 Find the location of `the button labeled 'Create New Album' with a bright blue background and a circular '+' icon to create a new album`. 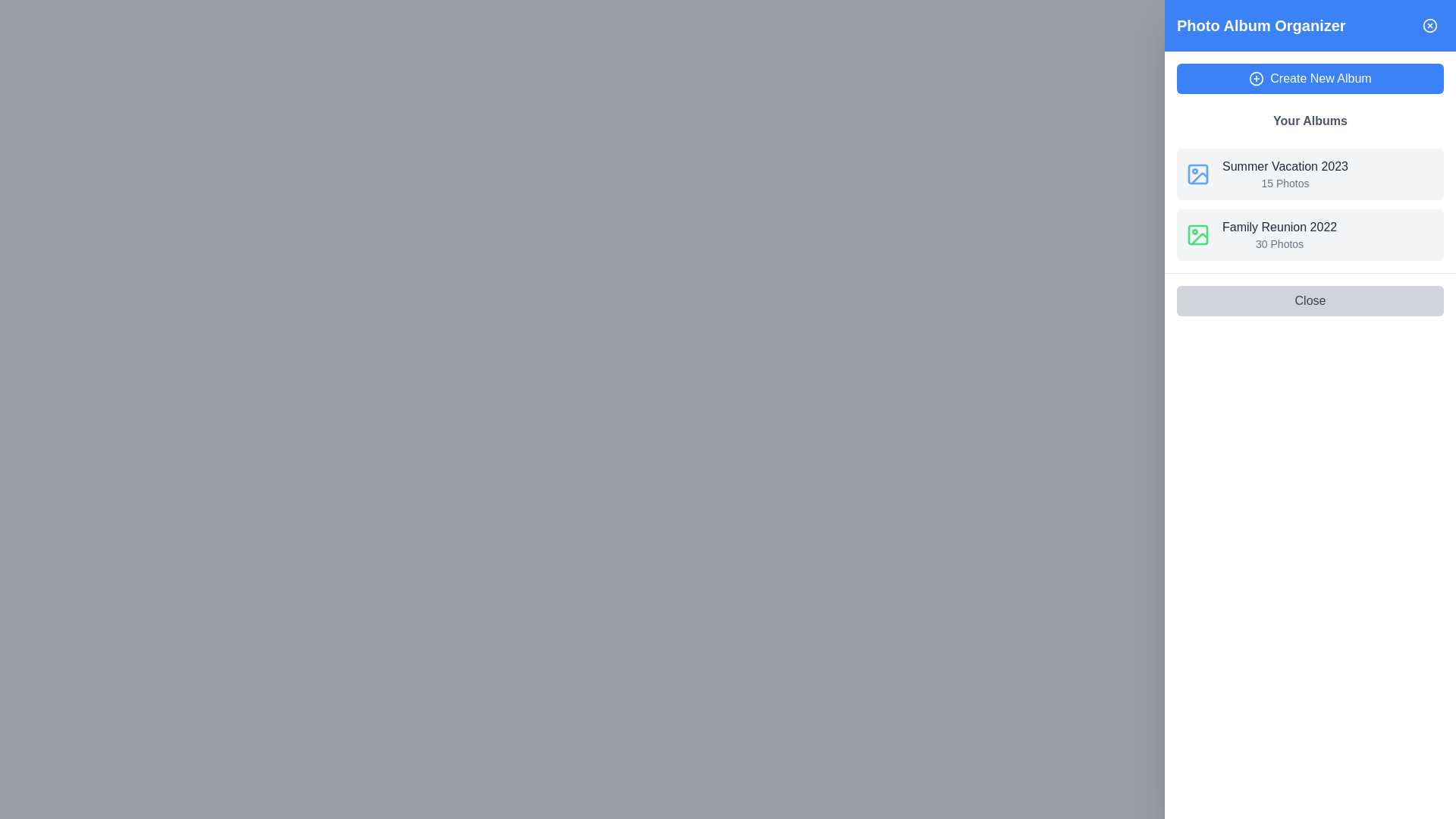

the button labeled 'Create New Album' with a bright blue background and a circular '+' icon to create a new album is located at coordinates (1310, 79).